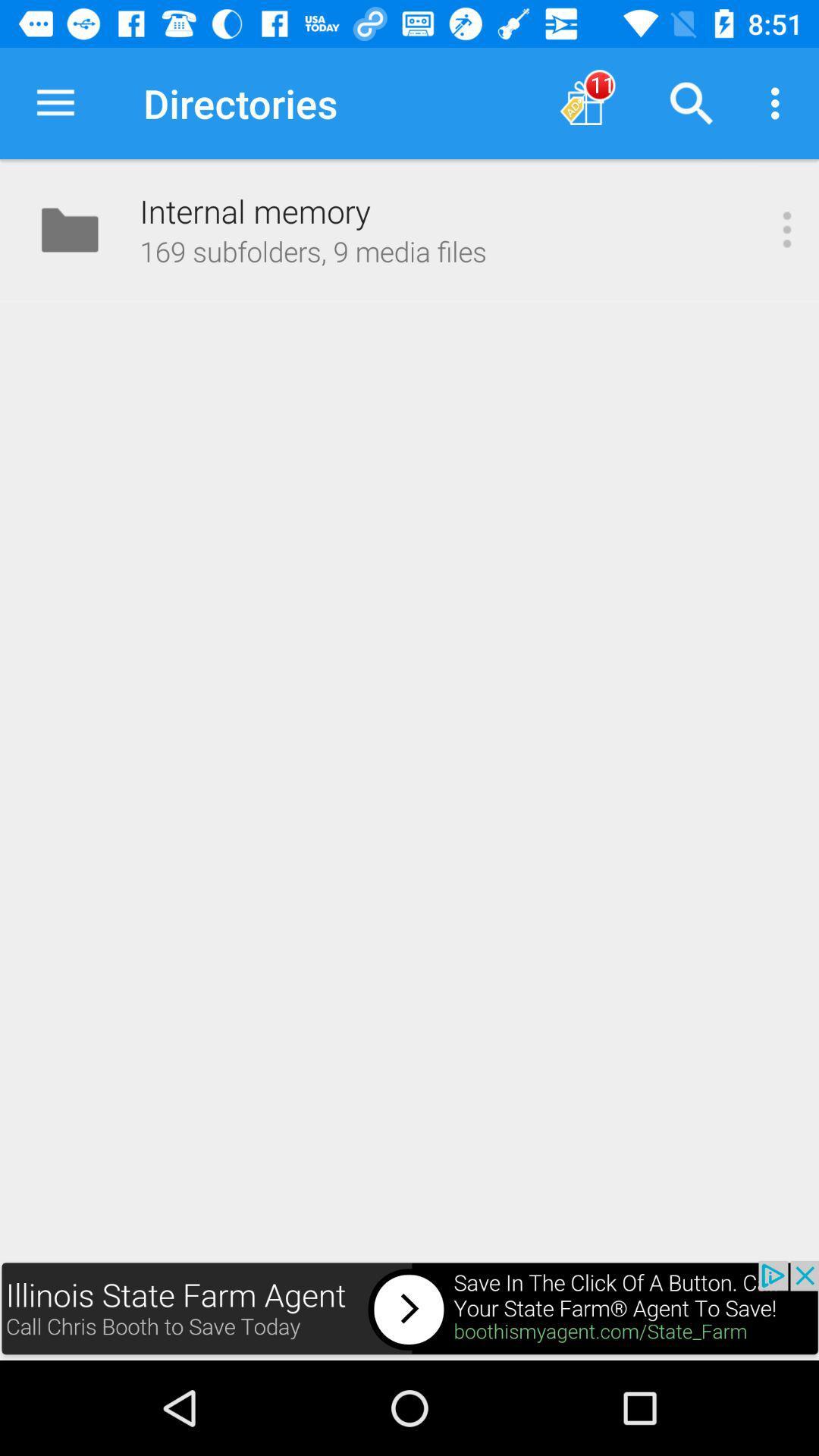 The width and height of the screenshot is (819, 1456). What do you see at coordinates (409, 1310) in the screenshot?
I see `watch advertisement` at bounding box center [409, 1310].